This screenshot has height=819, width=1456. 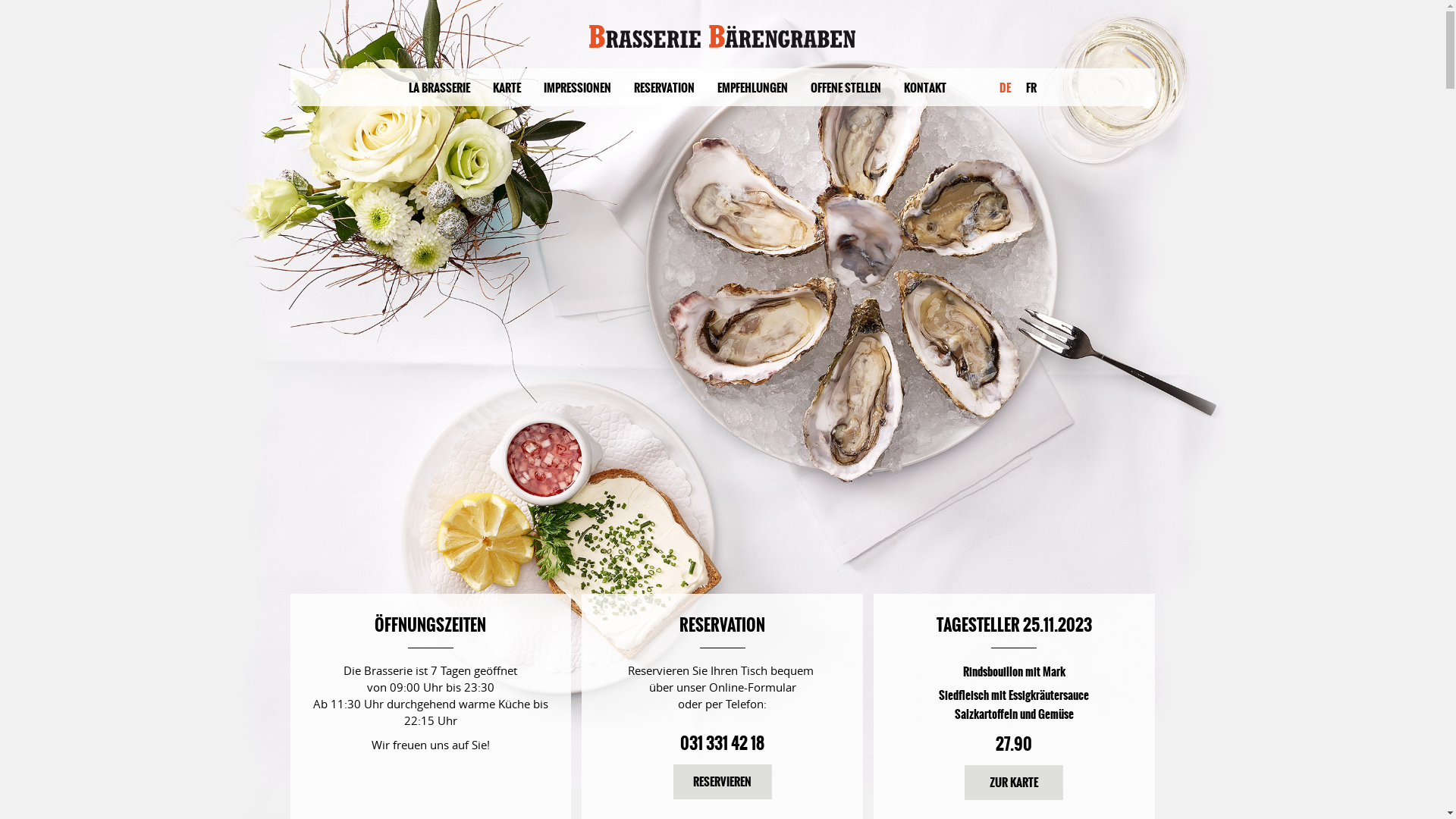 What do you see at coordinates (722, 781) in the screenshot?
I see `'RESERVIEREN'` at bounding box center [722, 781].